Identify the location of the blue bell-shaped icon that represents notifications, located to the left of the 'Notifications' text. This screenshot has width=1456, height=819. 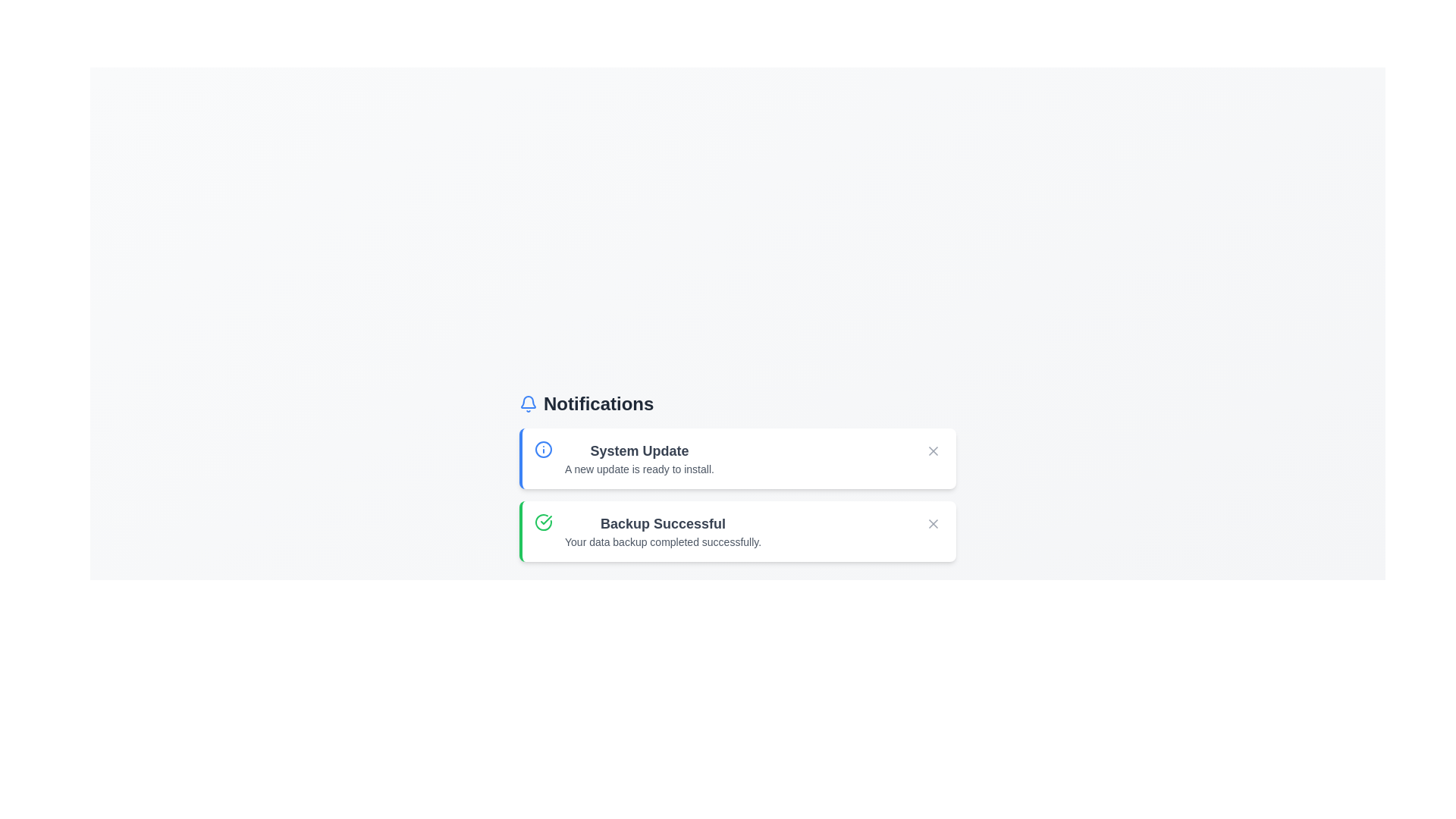
(528, 403).